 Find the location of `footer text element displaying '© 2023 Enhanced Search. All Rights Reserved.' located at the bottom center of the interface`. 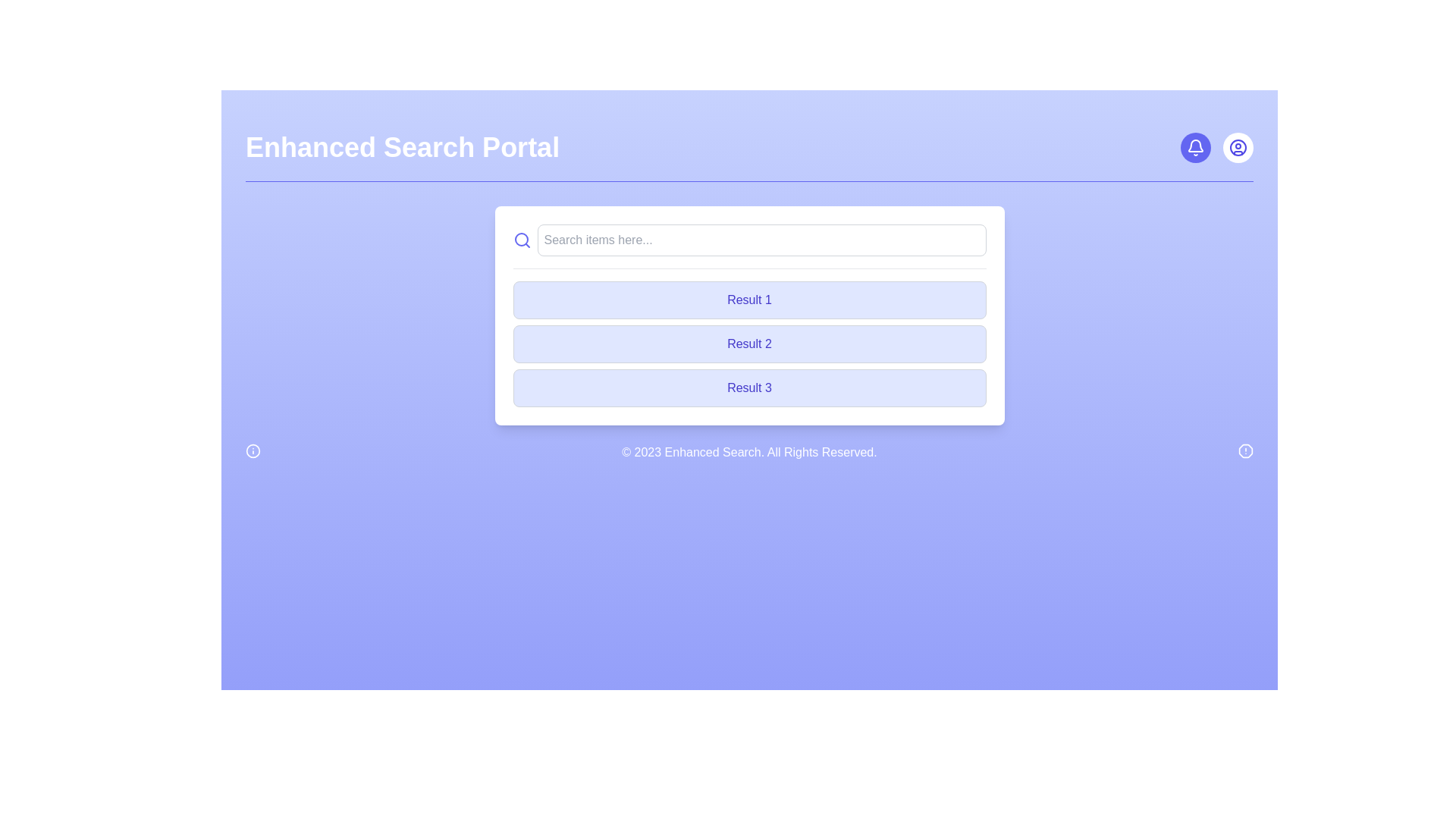

footer text element displaying '© 2023 Enhanced Search. All Rights Reserved.' located at the bottom center of the interface is located at coordinates (749, 452).